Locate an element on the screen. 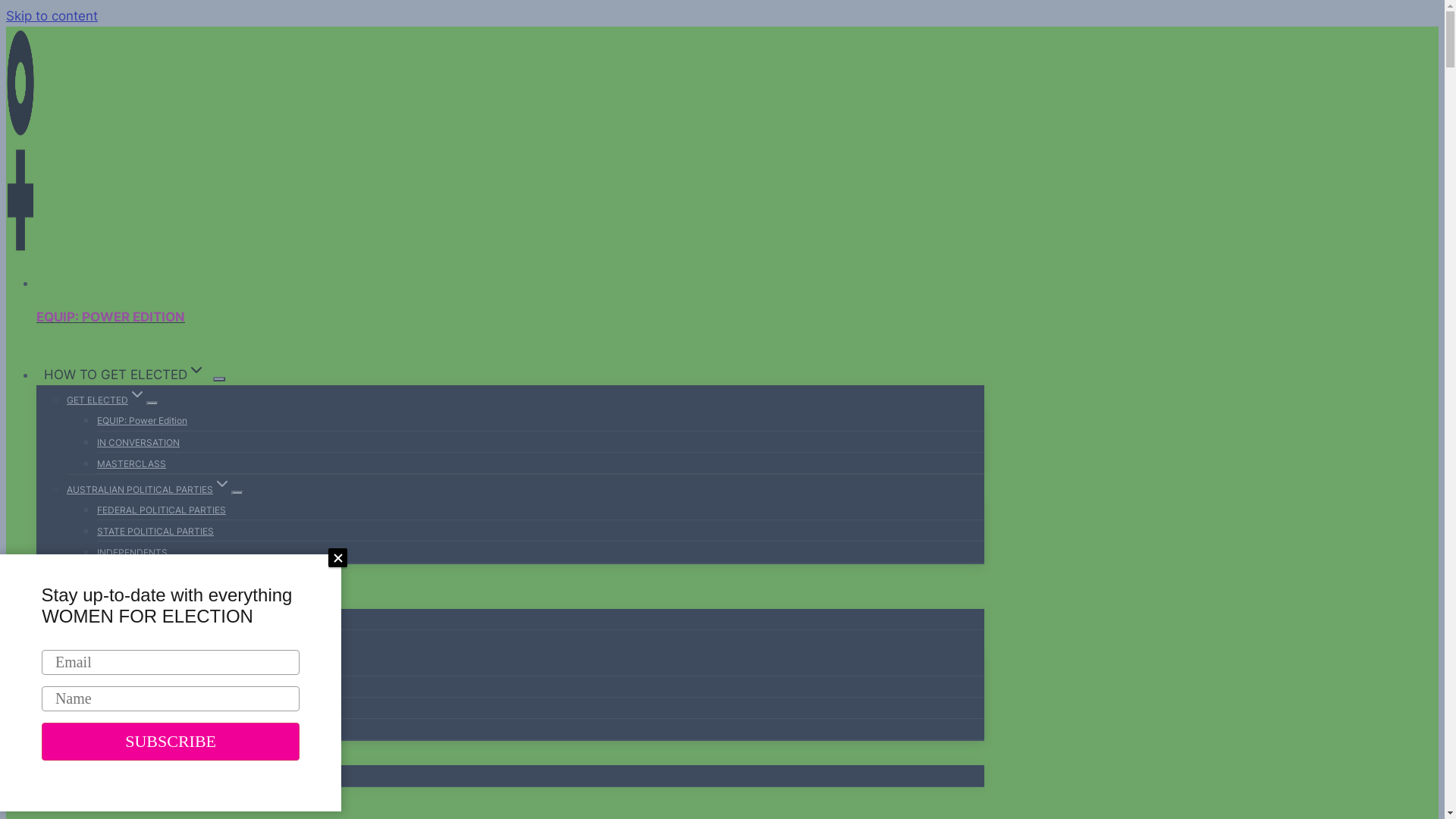 Image resolution: width=1456 pixels, height=819 pixels. 'INDEPENDENTS' is located at coordinates (132, 552).